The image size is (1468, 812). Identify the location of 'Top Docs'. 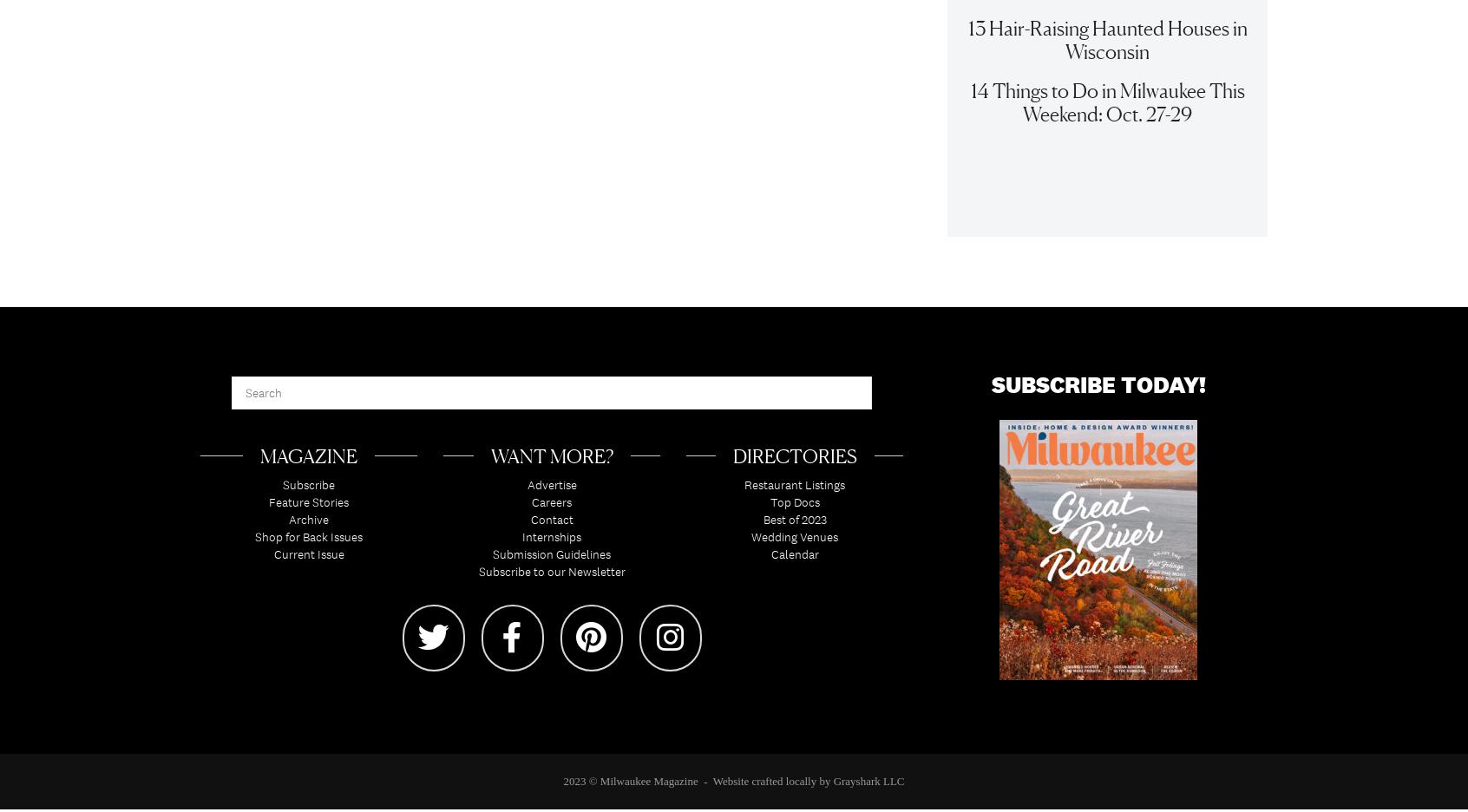
(793, 509).